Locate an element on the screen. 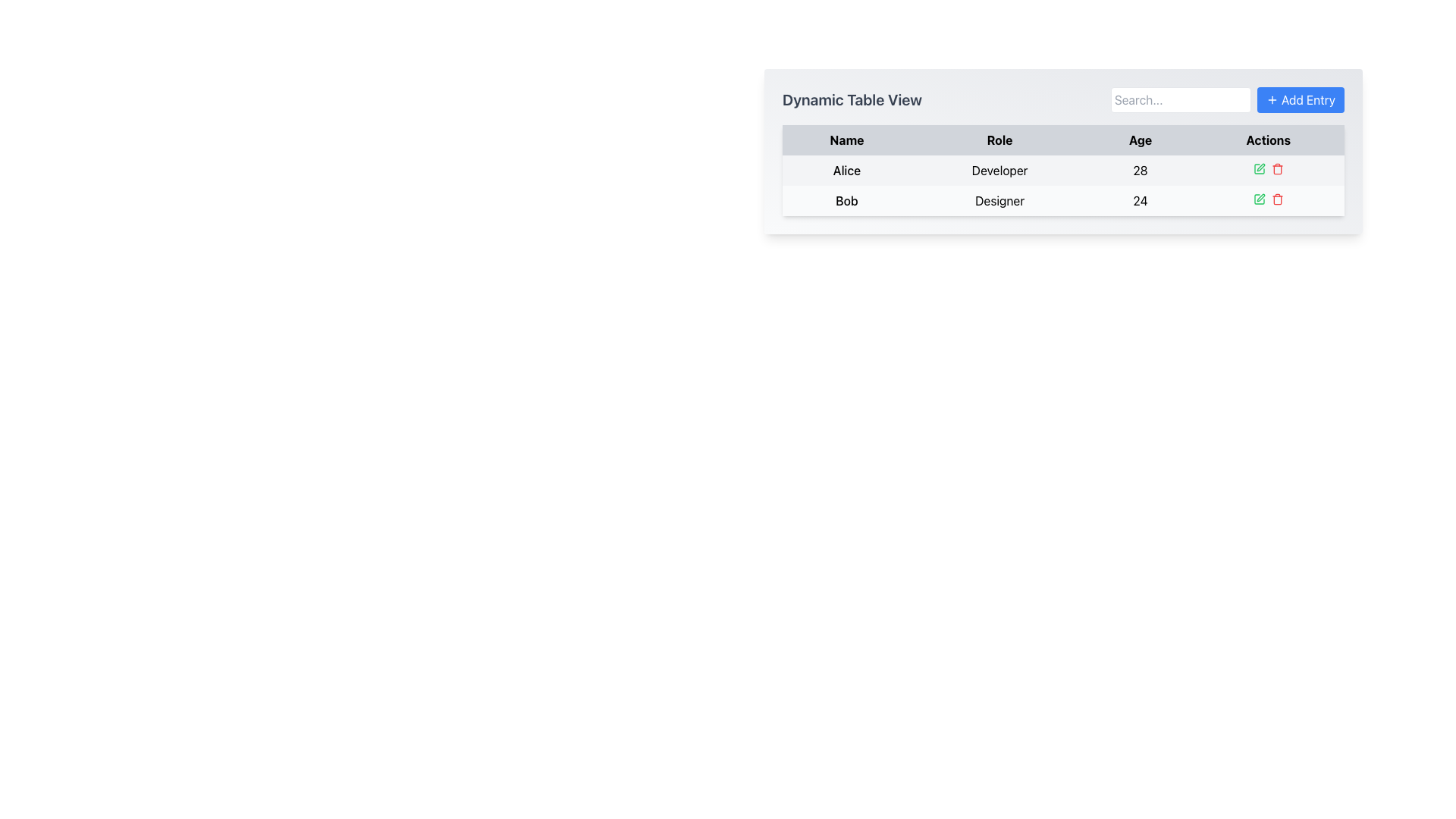  the second row of the table in the 'Dynamic Table View' that displays information for Alice as a Developer and Bob as a Designer is located at coordinates (1062, 185).